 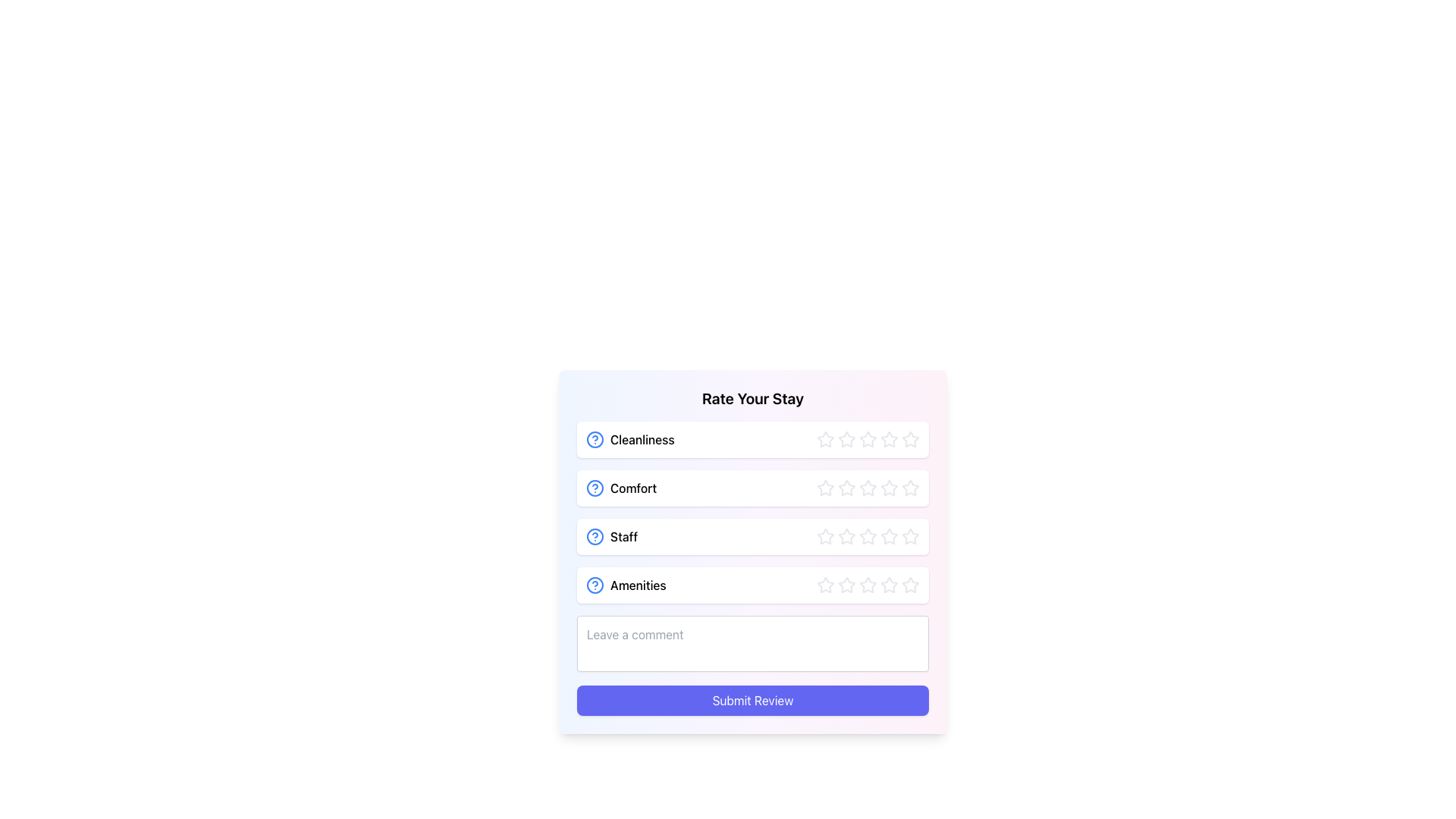 I want to click on the third star from the left in the 'Staff' row of the review form, so click(x=846, y=535).